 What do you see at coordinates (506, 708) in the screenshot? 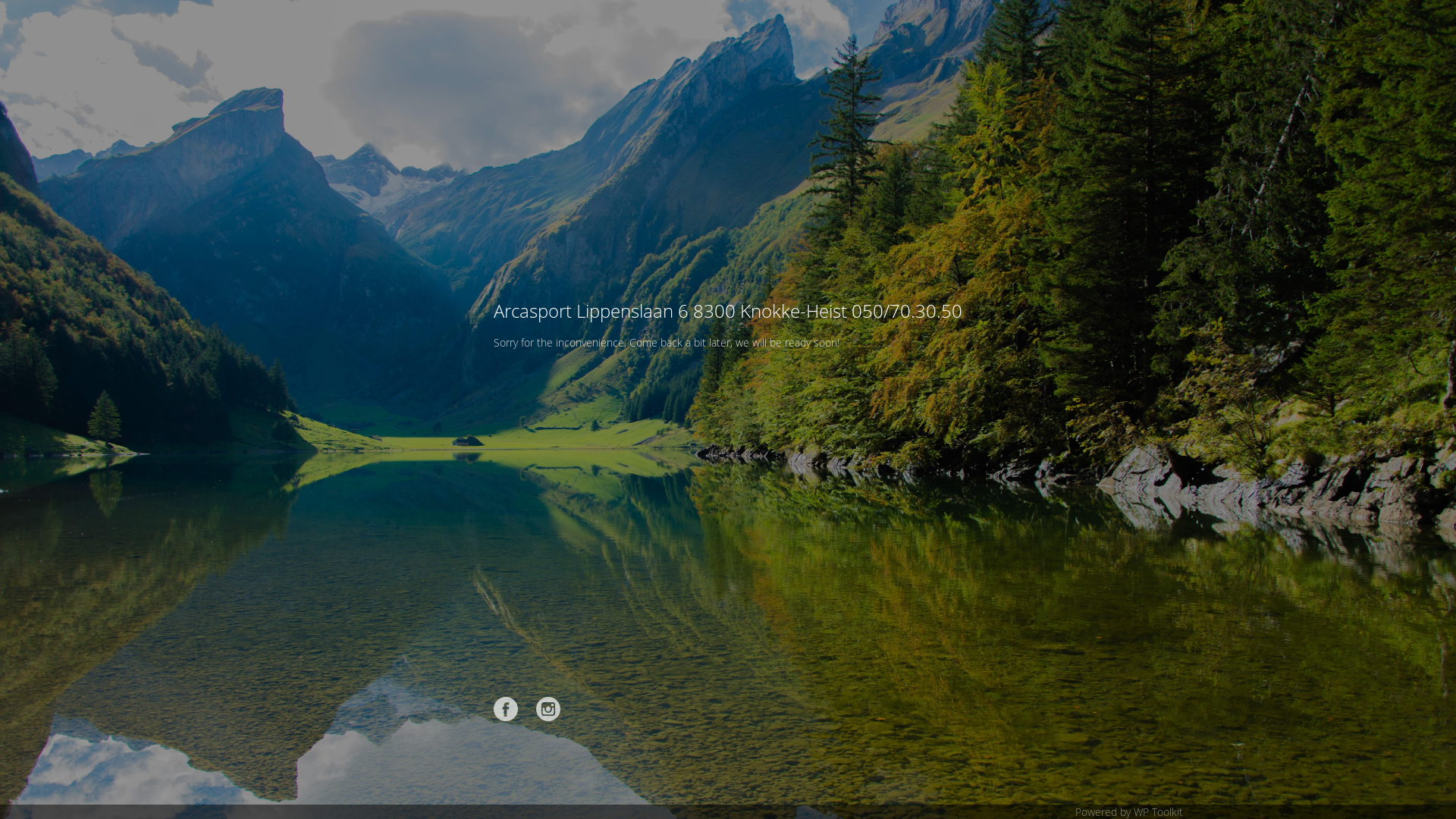
I see `'Facebook'` at bounding box center [506, 708].